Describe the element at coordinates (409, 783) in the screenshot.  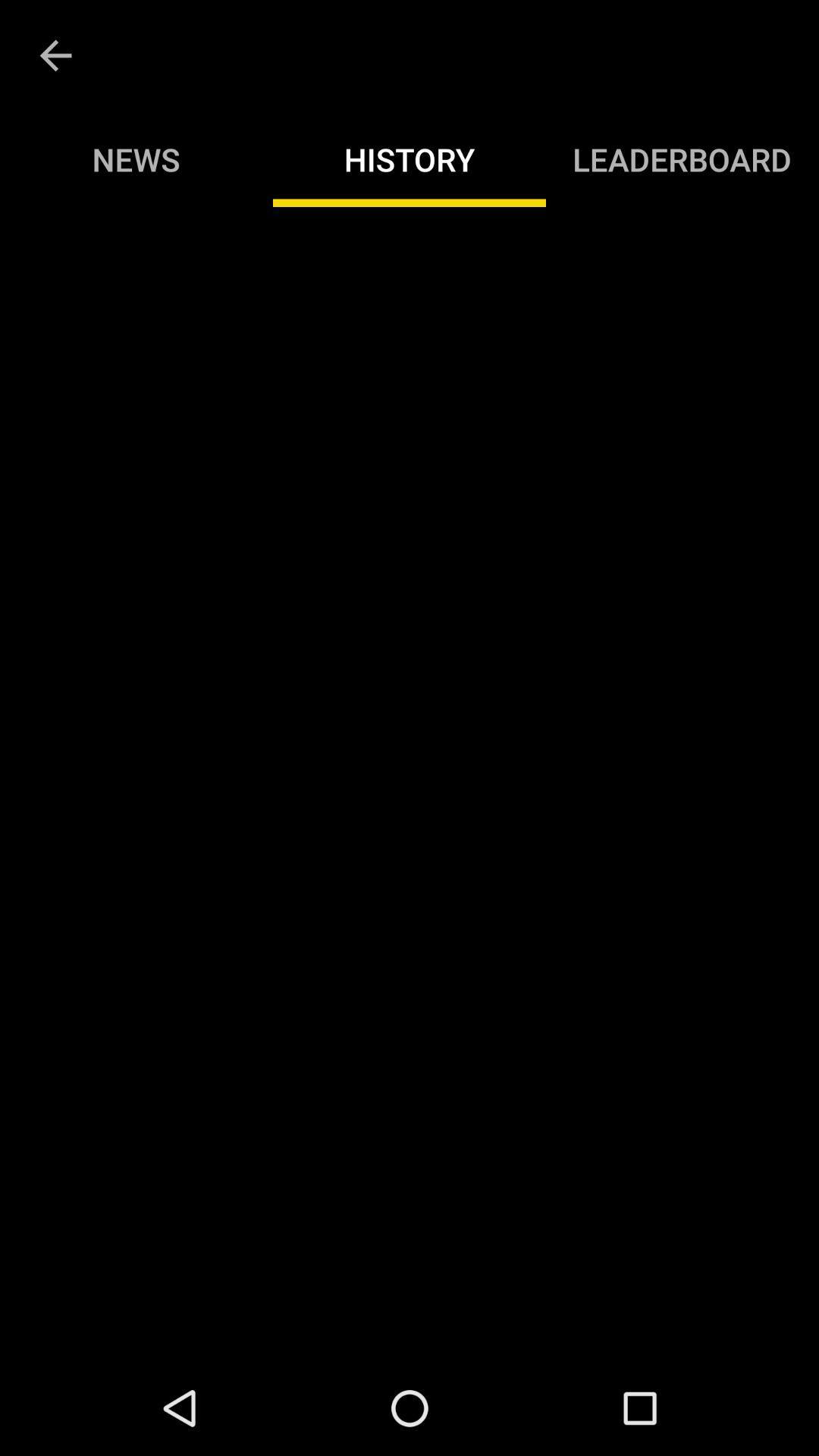
I see `item below the news item` at that location.